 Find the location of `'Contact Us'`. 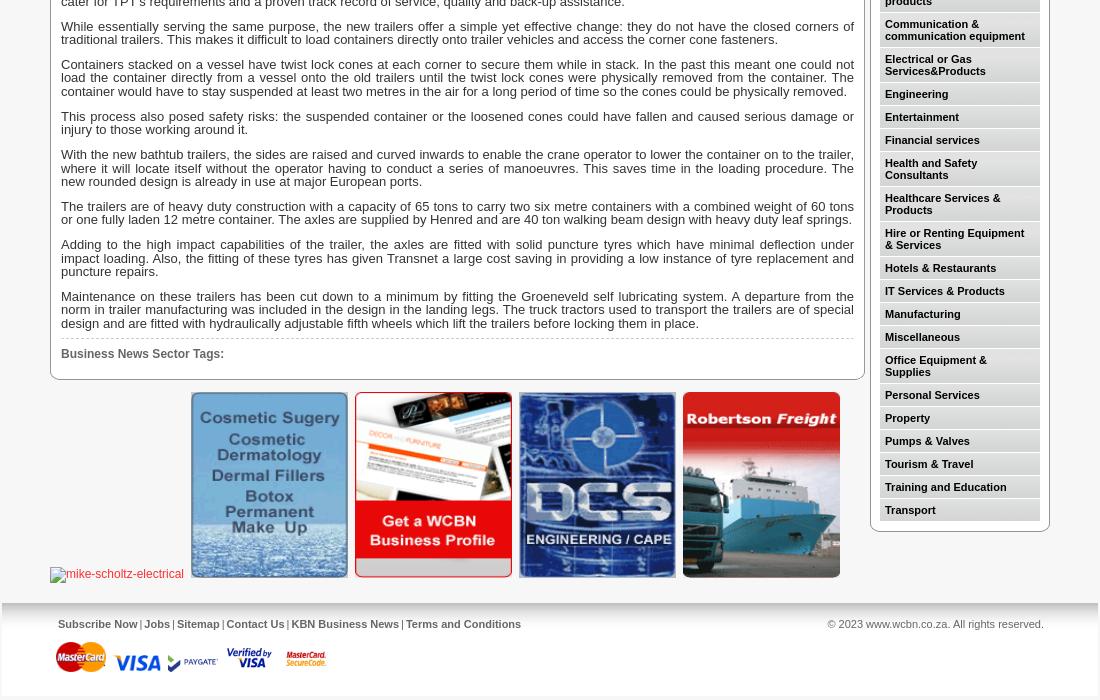

'Contact Us' is located at coordinates (254, 623).